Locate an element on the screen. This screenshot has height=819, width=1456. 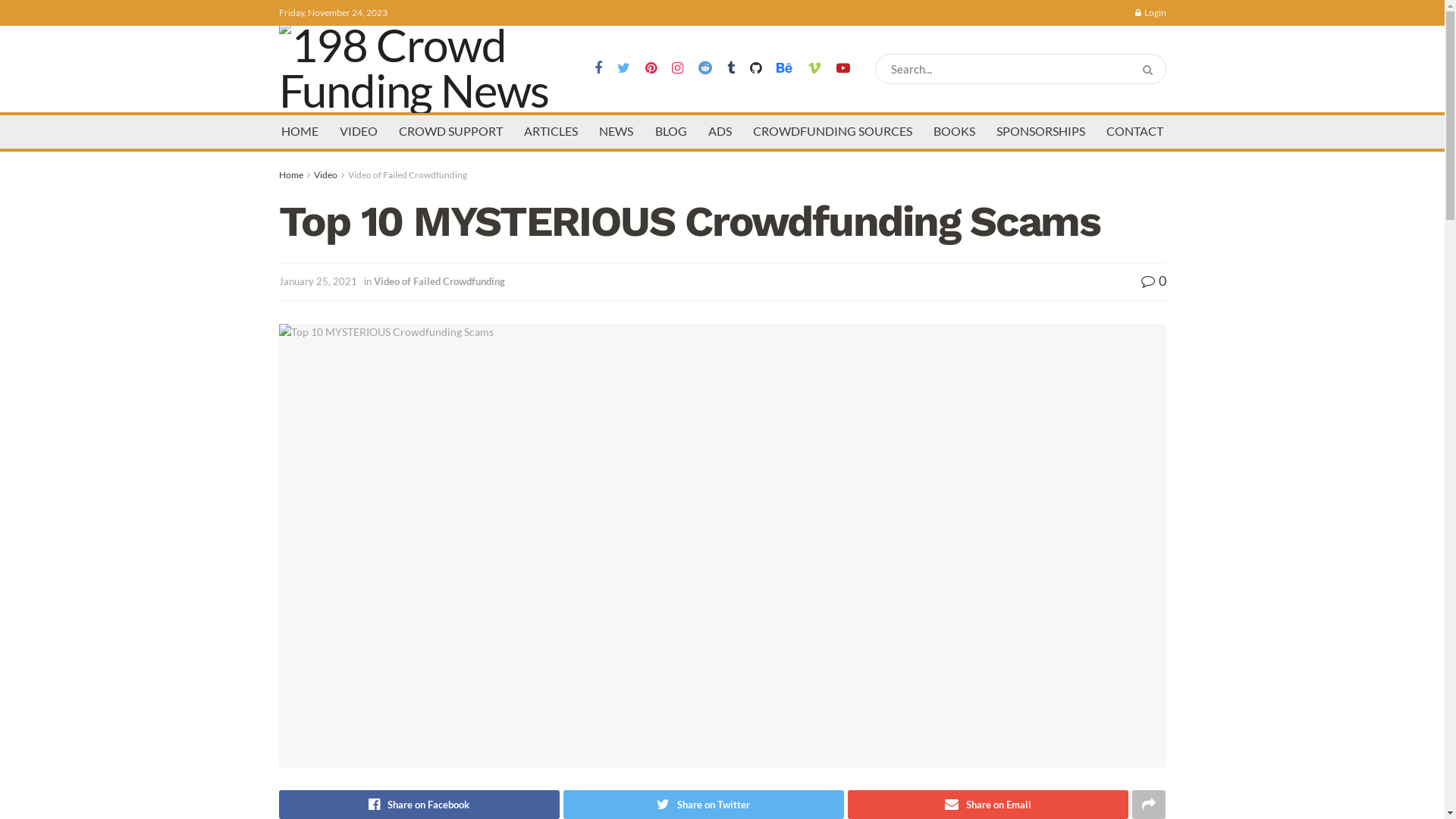
'January 25, 2021' is located at coordinates (317, 281).